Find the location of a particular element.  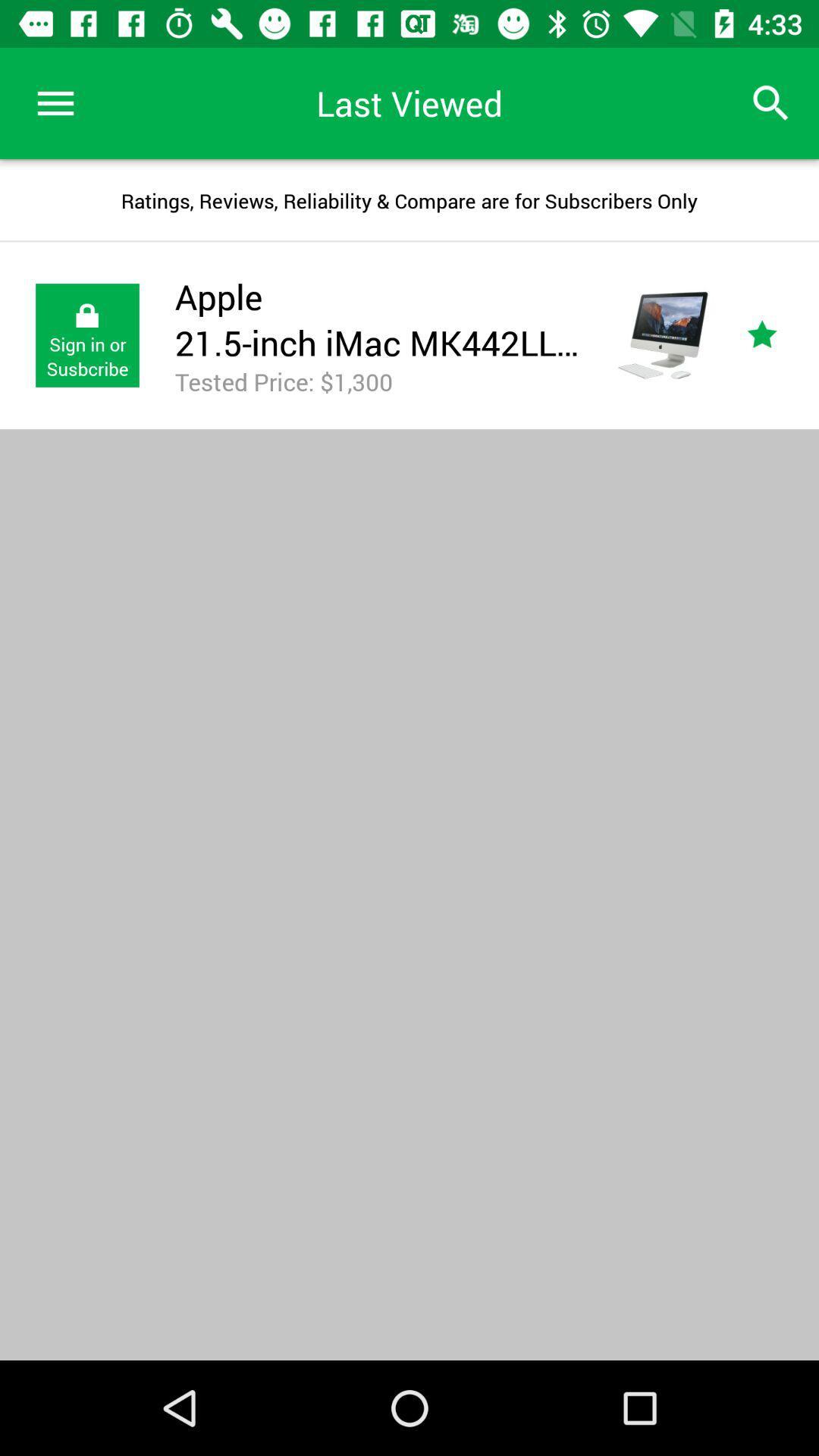

the item next to last viewed icon is located at coordinates (55, 102).